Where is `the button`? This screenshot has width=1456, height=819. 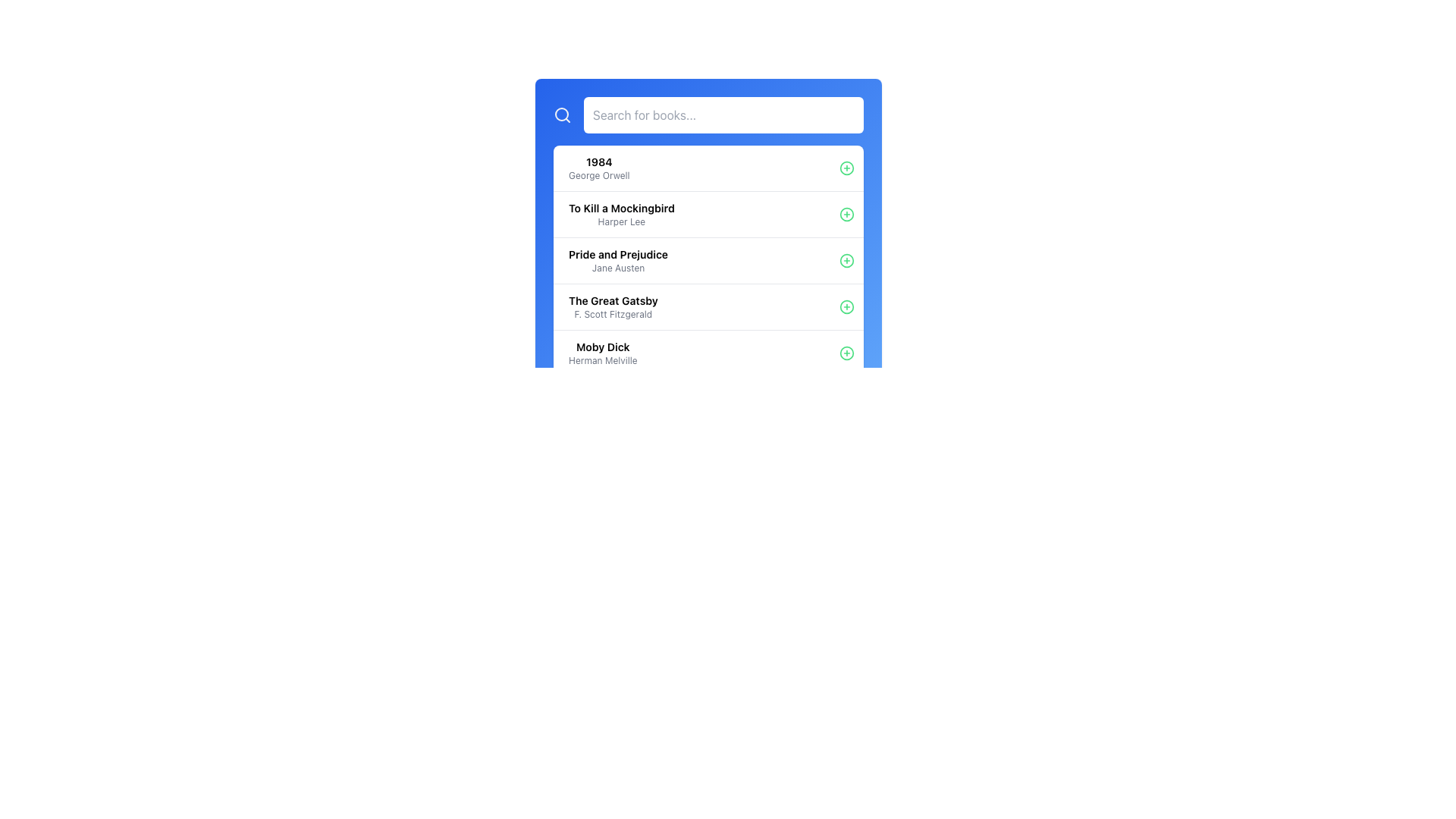 the button is located at coordinates (846, 214).